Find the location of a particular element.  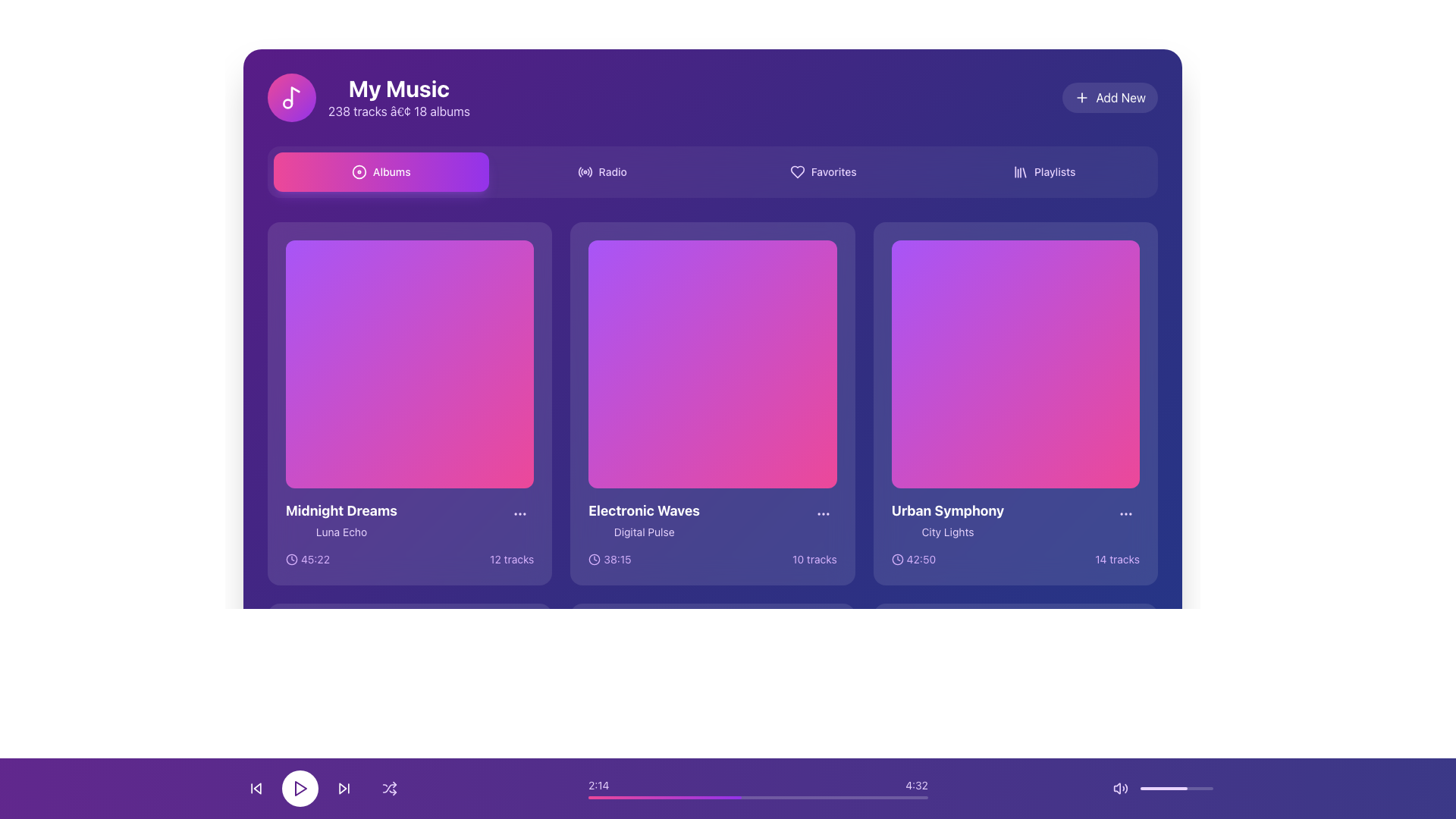

the last button in the navigation bar, which navigates to the playlist section of the application is located at coordinates (1043, 171).